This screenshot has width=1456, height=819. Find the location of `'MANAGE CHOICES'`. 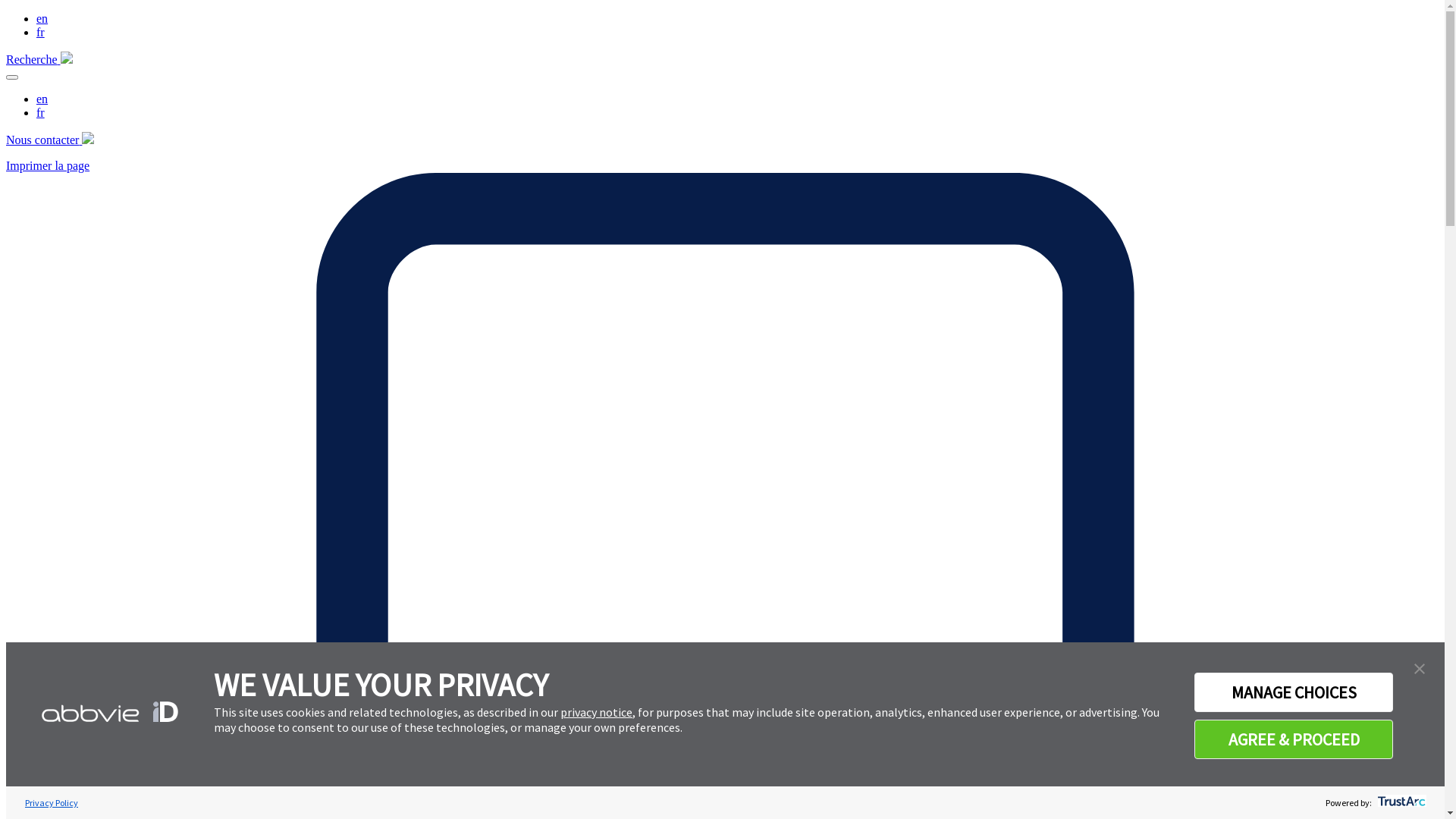

'MANAGE CHOICES' is located at coordinates (1292, 692).